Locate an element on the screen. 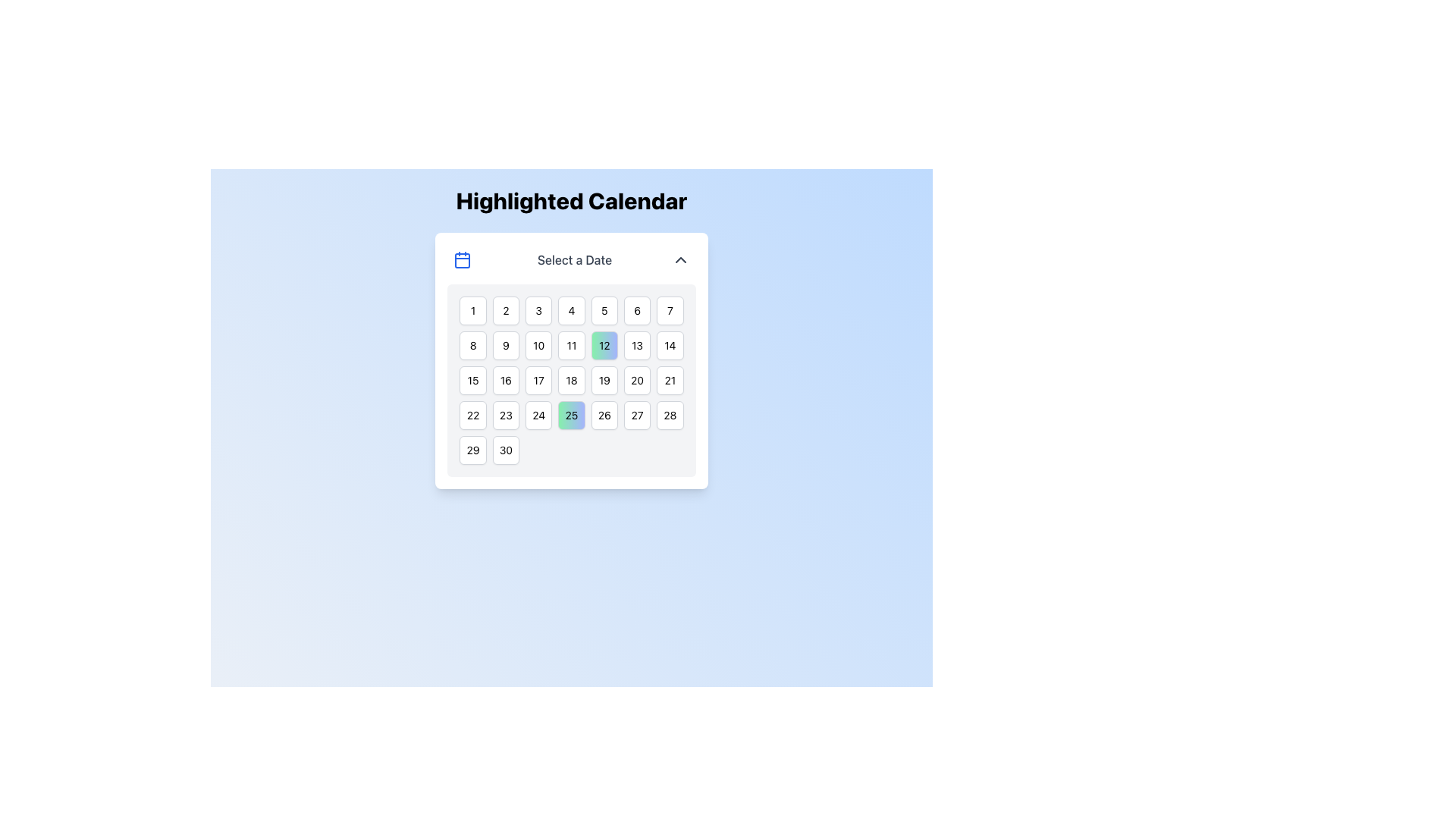 The width and height of the screenshot is (1456, 819). the rectangular button with a white background and the black number '28' centered within it is located at coordinates (669, 415).